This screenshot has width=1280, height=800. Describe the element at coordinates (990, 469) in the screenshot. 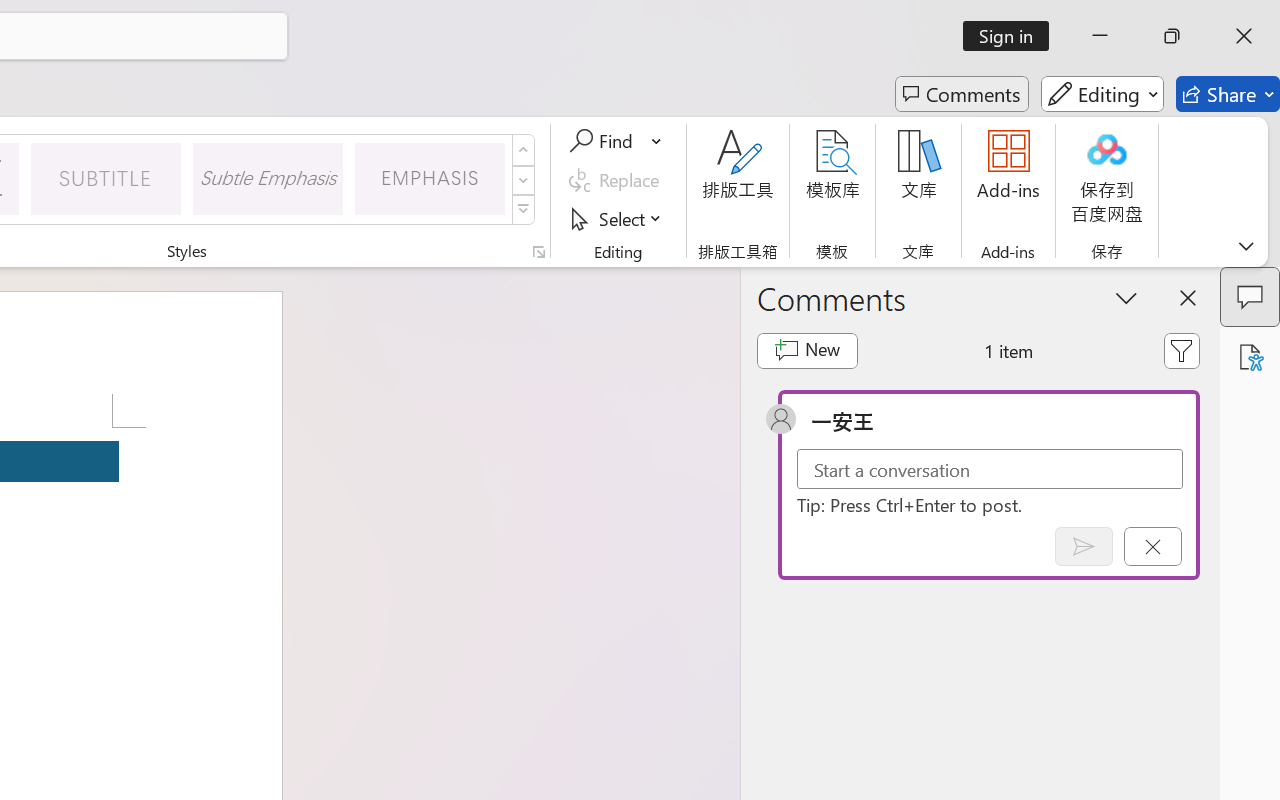

I see `'Start a conversation'` at that location.